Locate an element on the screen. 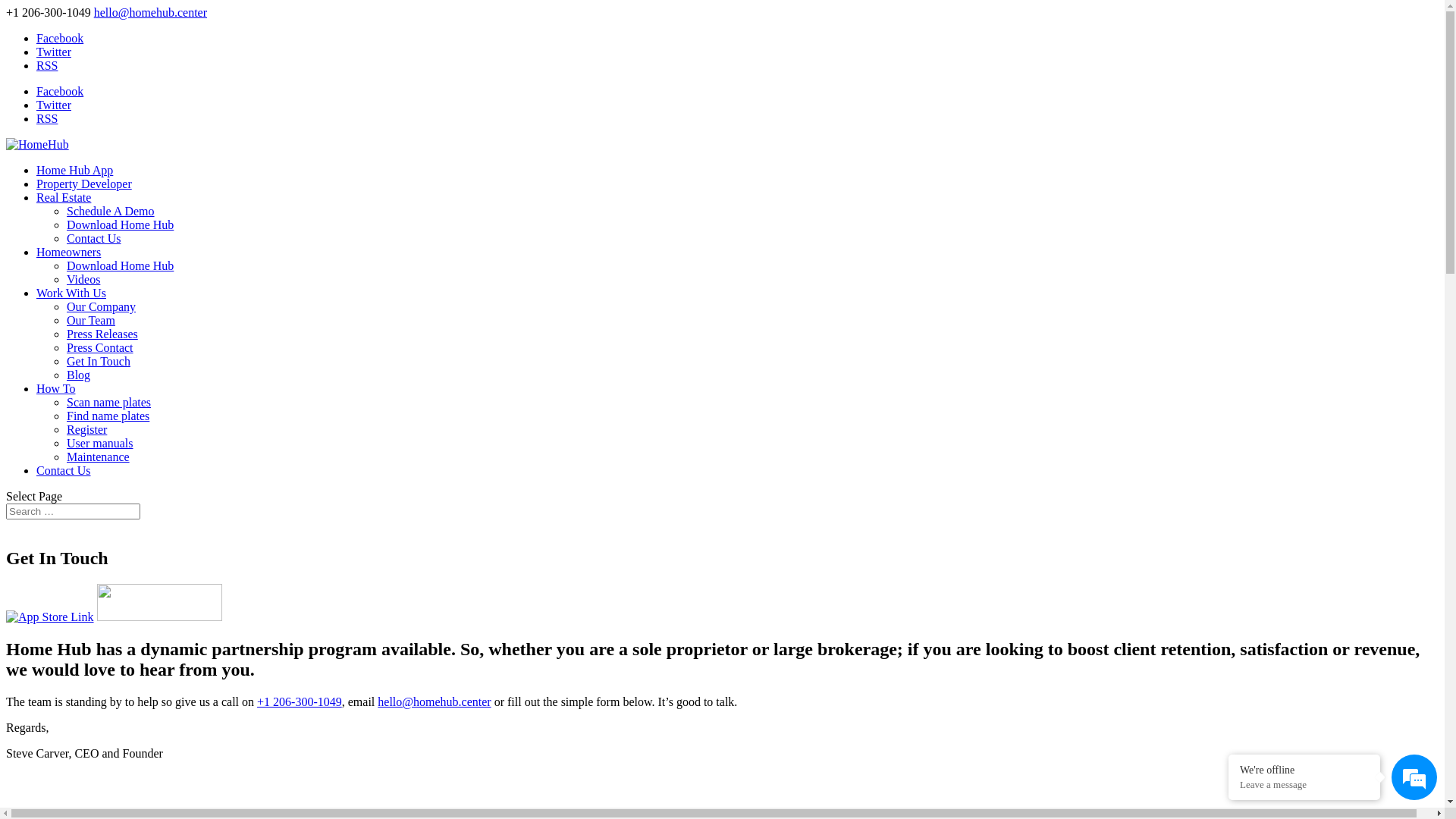 This screenshot has height=819, width=1456. 'Home Hub App' is located at coordinates (74, 170).